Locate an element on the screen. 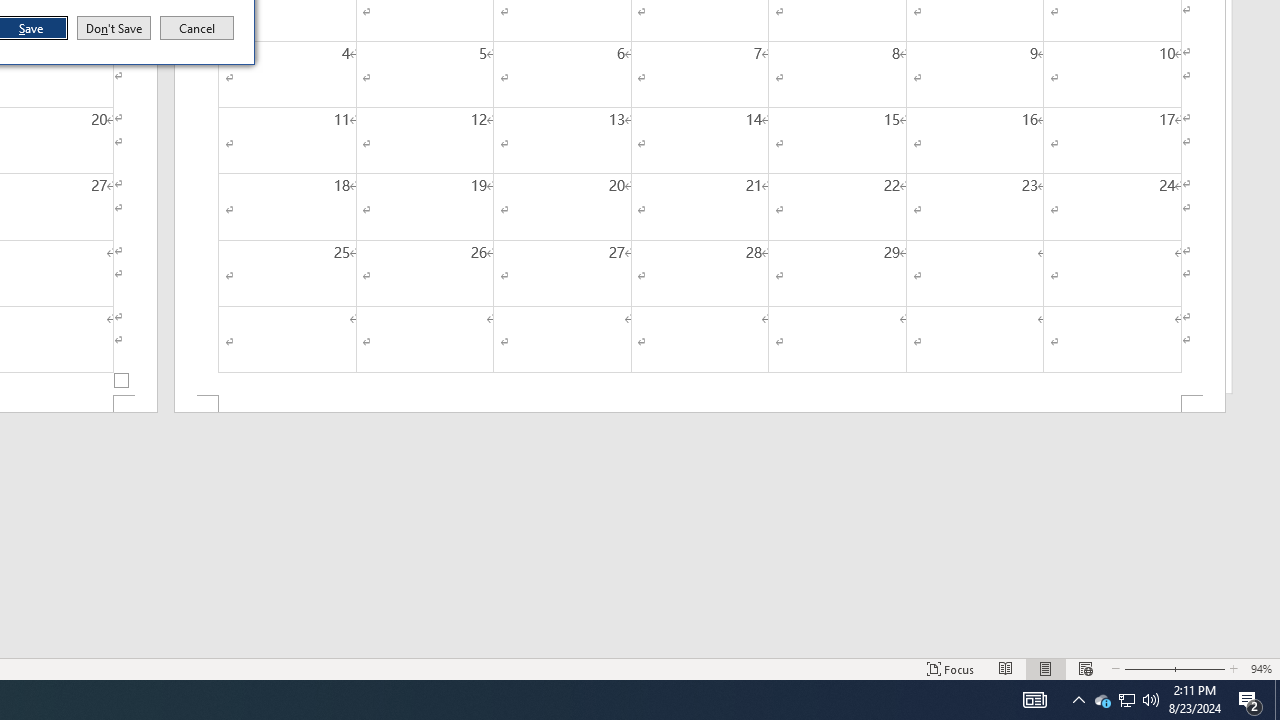 The width and height of the screenshot is (1280, 720). 'Don' is located at coordinates (112, 28).